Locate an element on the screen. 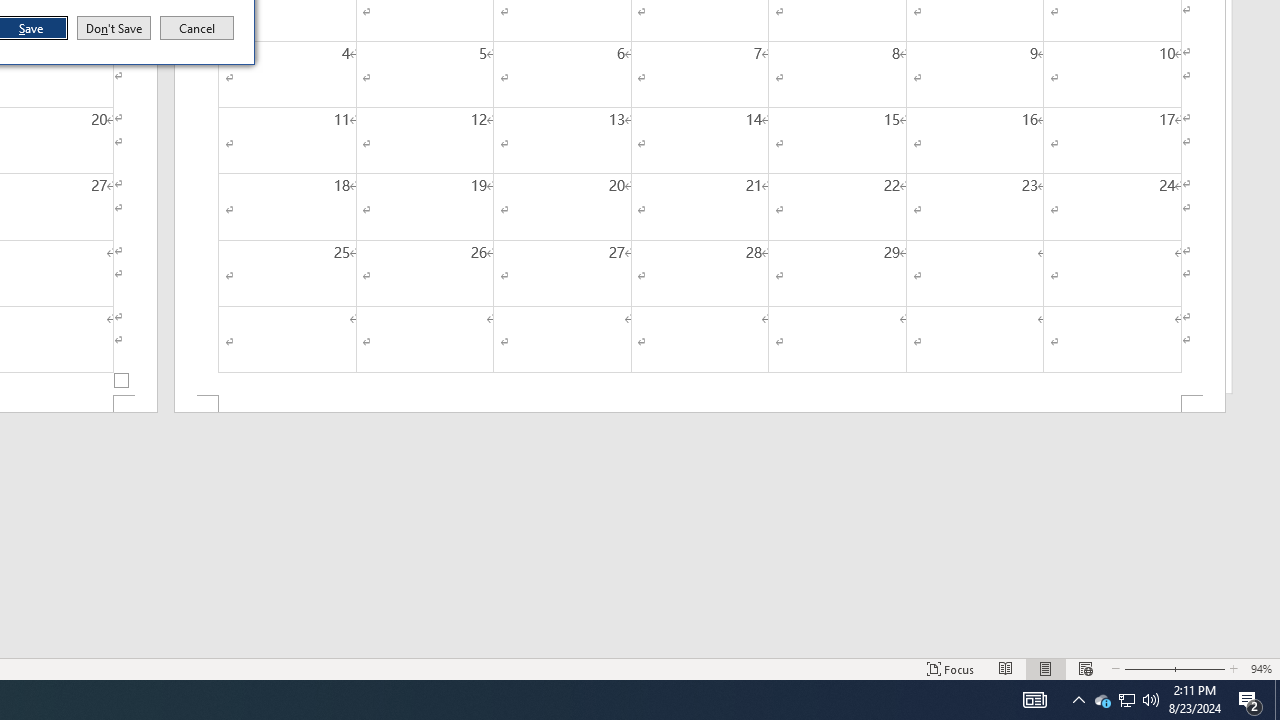 The width and height of the screenshot is (1280, 720). 'Don' is located at coordinates (112, 28).